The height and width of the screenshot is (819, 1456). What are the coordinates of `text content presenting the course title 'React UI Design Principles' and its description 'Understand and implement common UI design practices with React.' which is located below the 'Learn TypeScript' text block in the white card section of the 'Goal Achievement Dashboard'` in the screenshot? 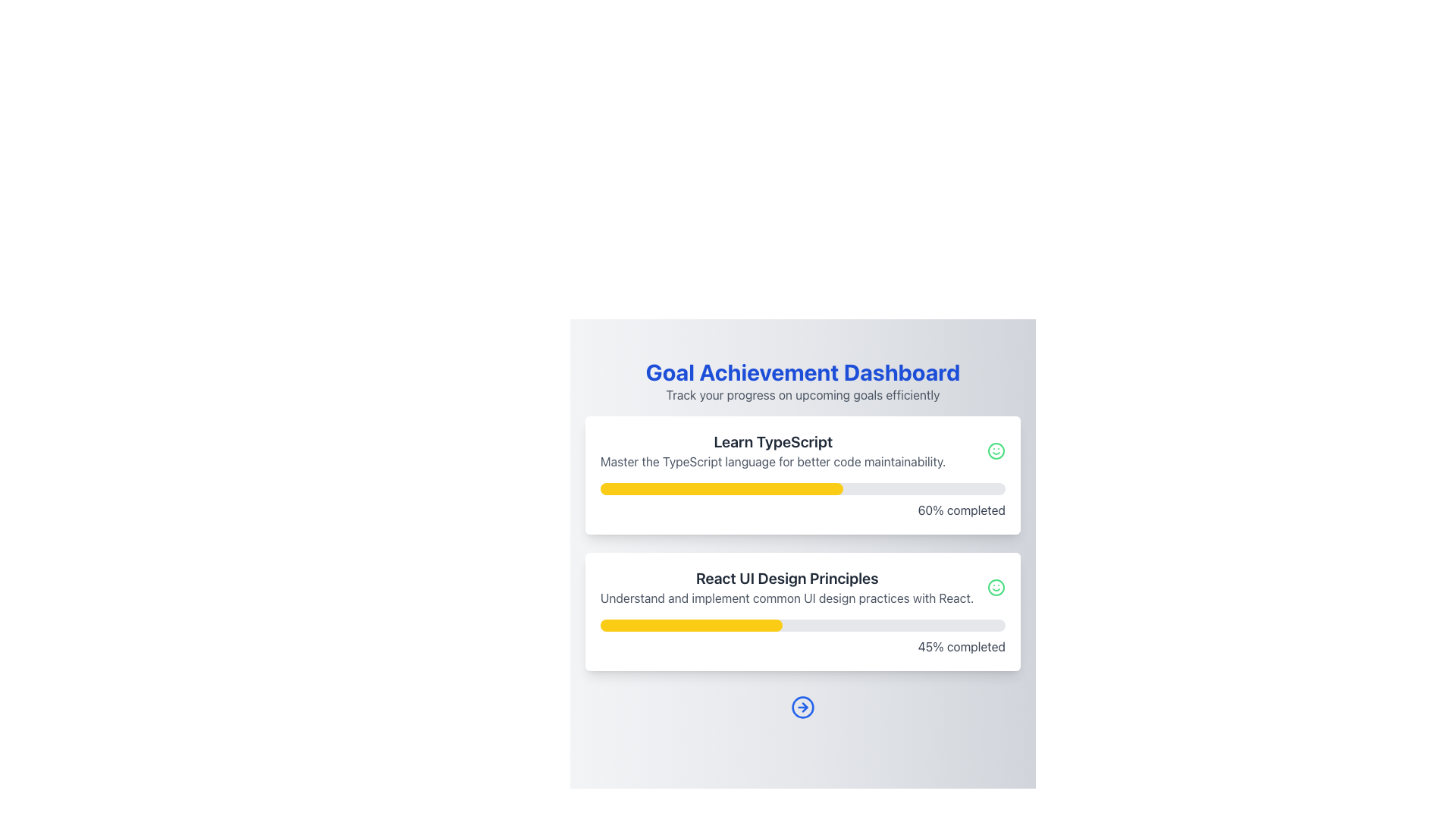 It's located at (787, 587).